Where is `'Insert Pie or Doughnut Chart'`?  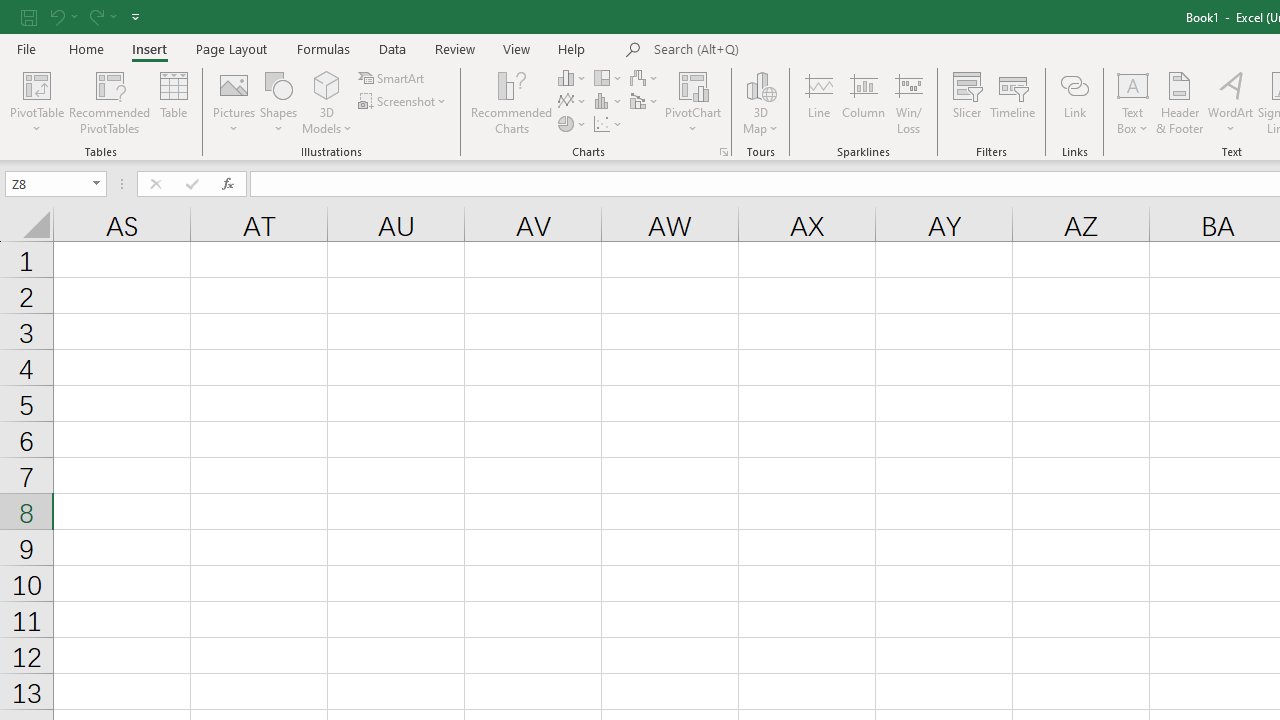 'Insert Pie or Doughnut Chart' is located at coordinates (572, 124).